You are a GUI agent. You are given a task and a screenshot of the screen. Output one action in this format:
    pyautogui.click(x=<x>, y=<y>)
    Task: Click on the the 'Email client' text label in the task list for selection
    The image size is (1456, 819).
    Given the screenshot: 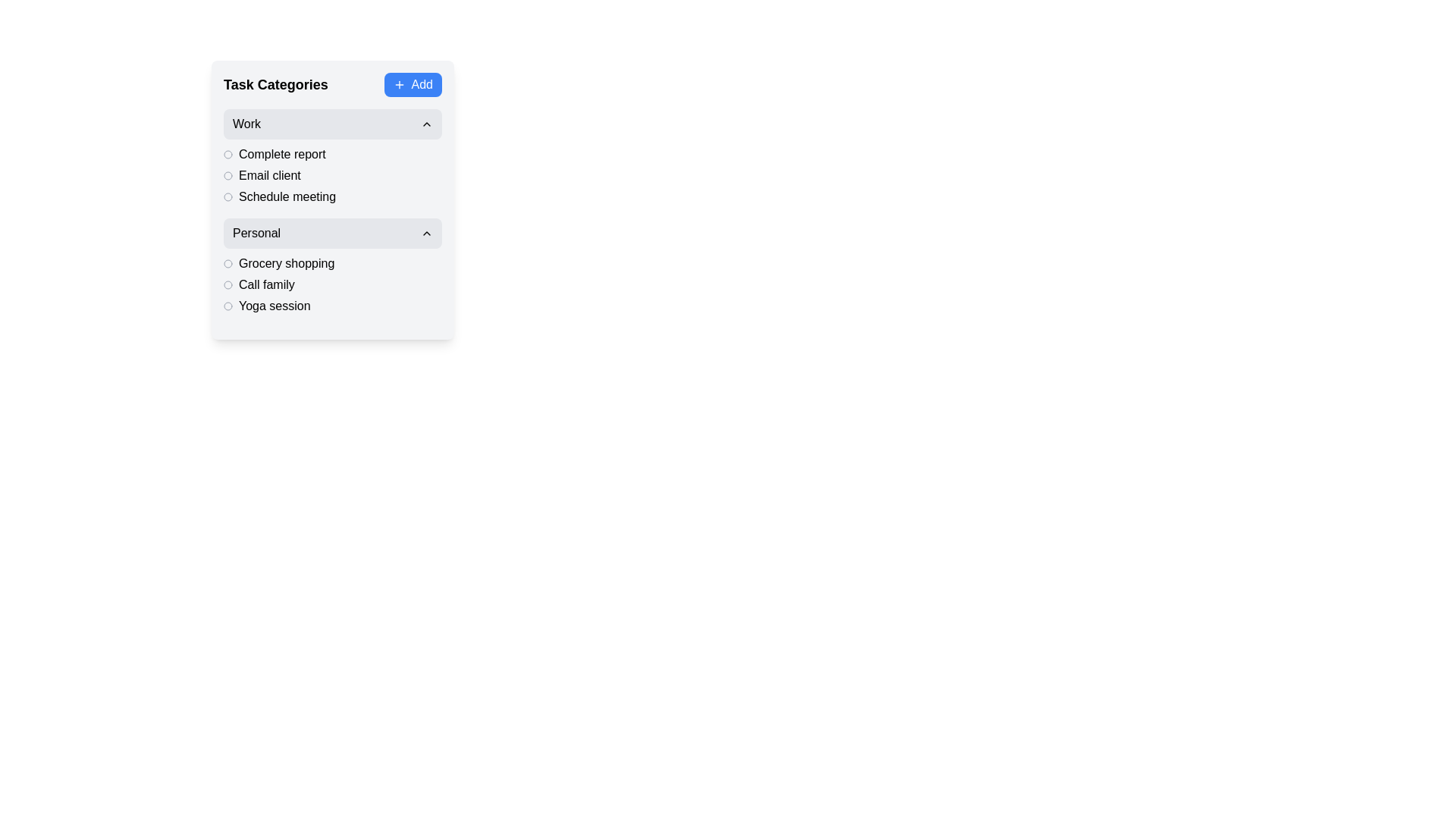 What is the action you would take?
    pyautogui.click(x=269, y=174)
    